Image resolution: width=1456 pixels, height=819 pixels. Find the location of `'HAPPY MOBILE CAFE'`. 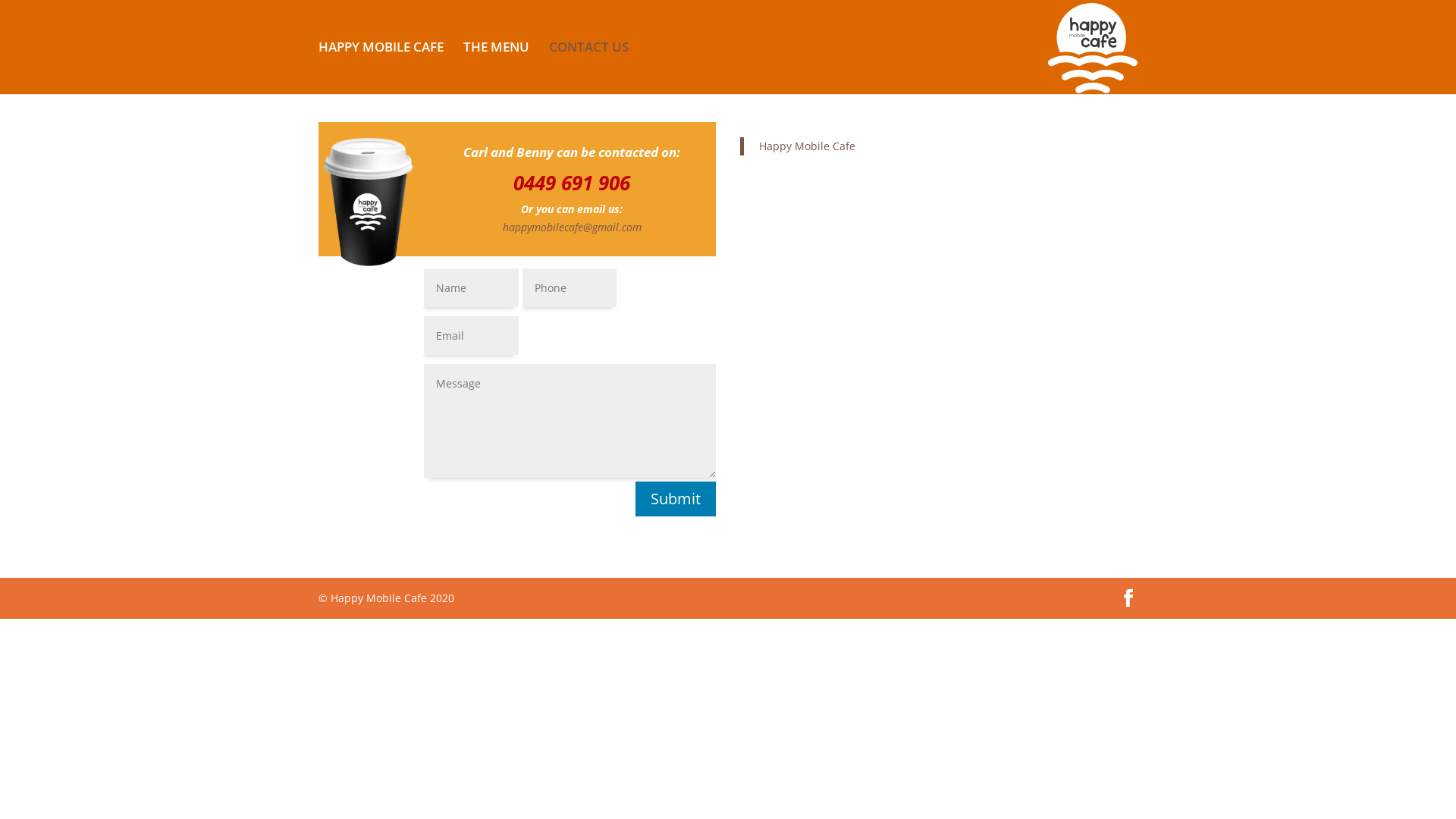

'HAPPY MOBILE CAFE' is located at coordinates (318, 67).